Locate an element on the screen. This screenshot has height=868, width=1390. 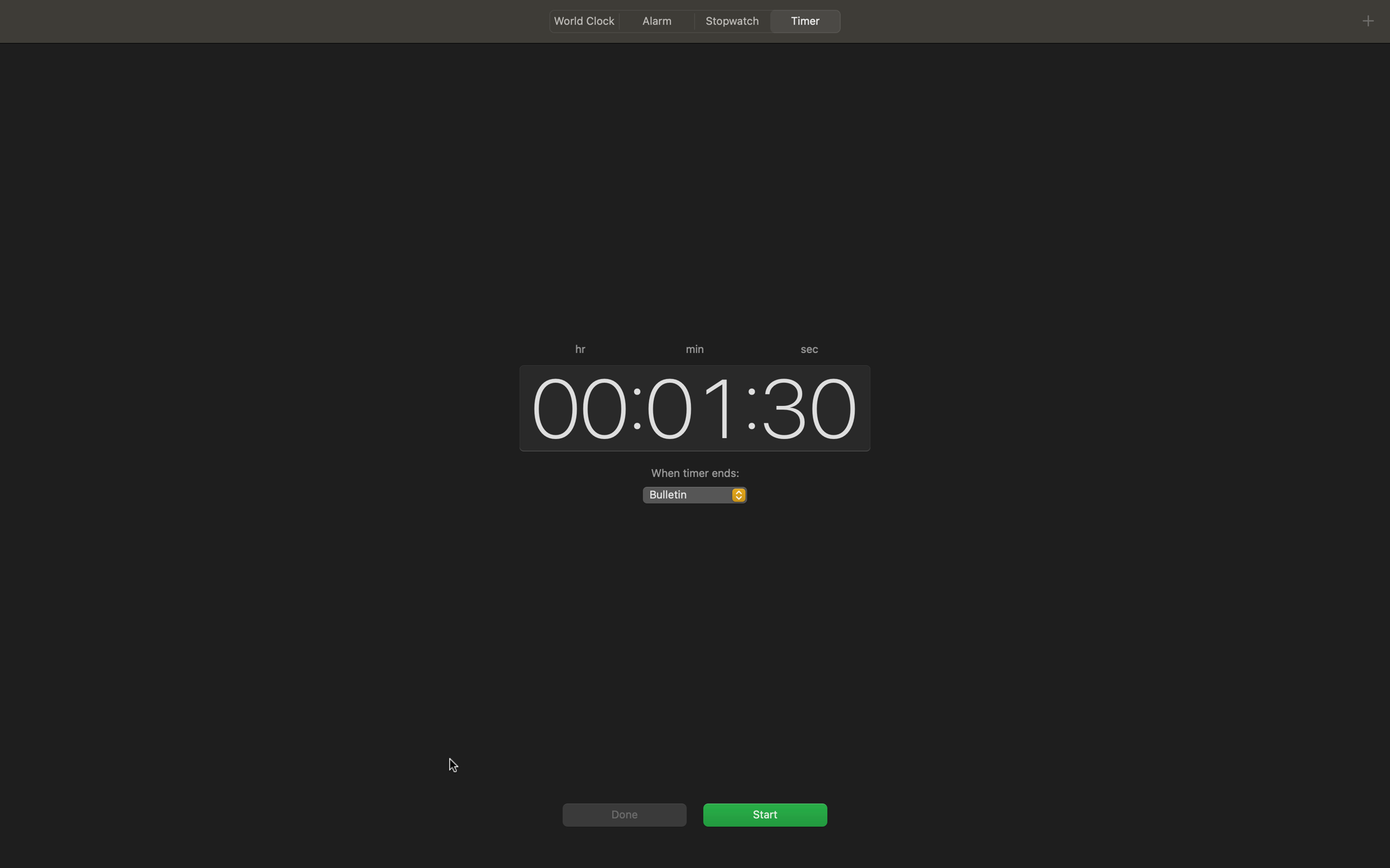
Timer is located at coordinates (764, 813).